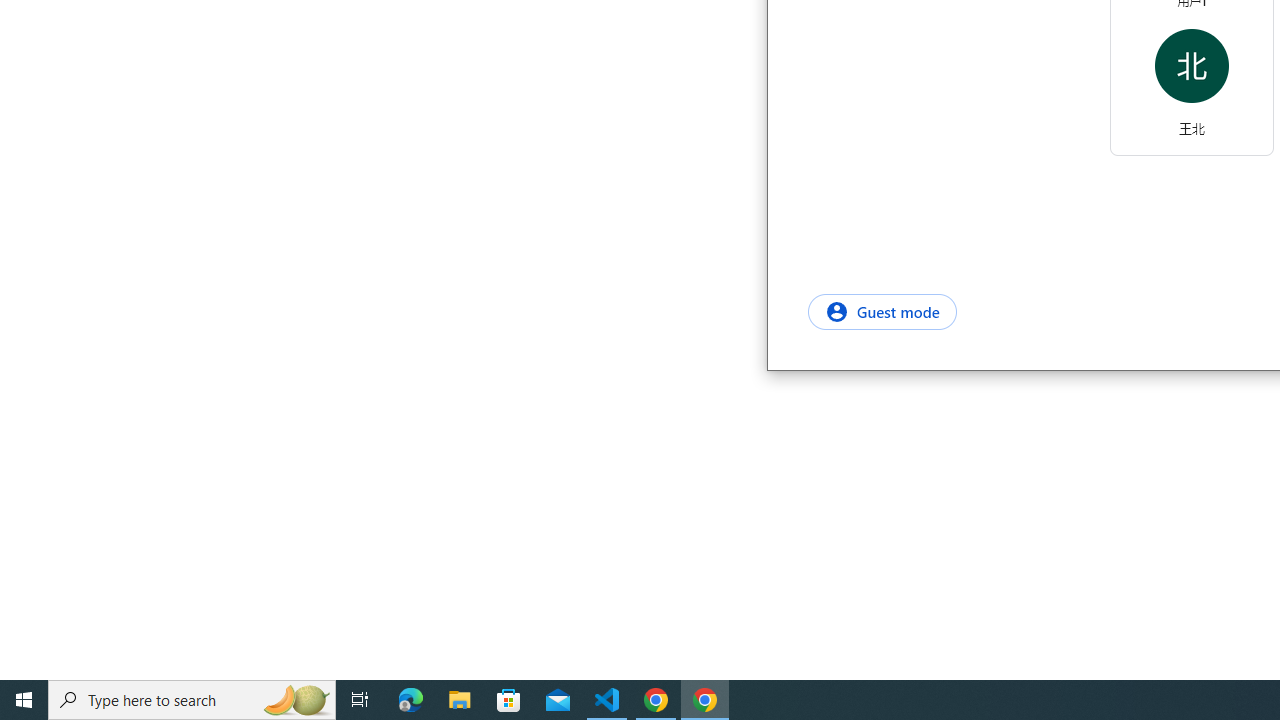  What do you see at coordinates (294, 698) in the screenshot?
I see `'Search highlights icon opens search home window'` at bounding box center [294, 698].